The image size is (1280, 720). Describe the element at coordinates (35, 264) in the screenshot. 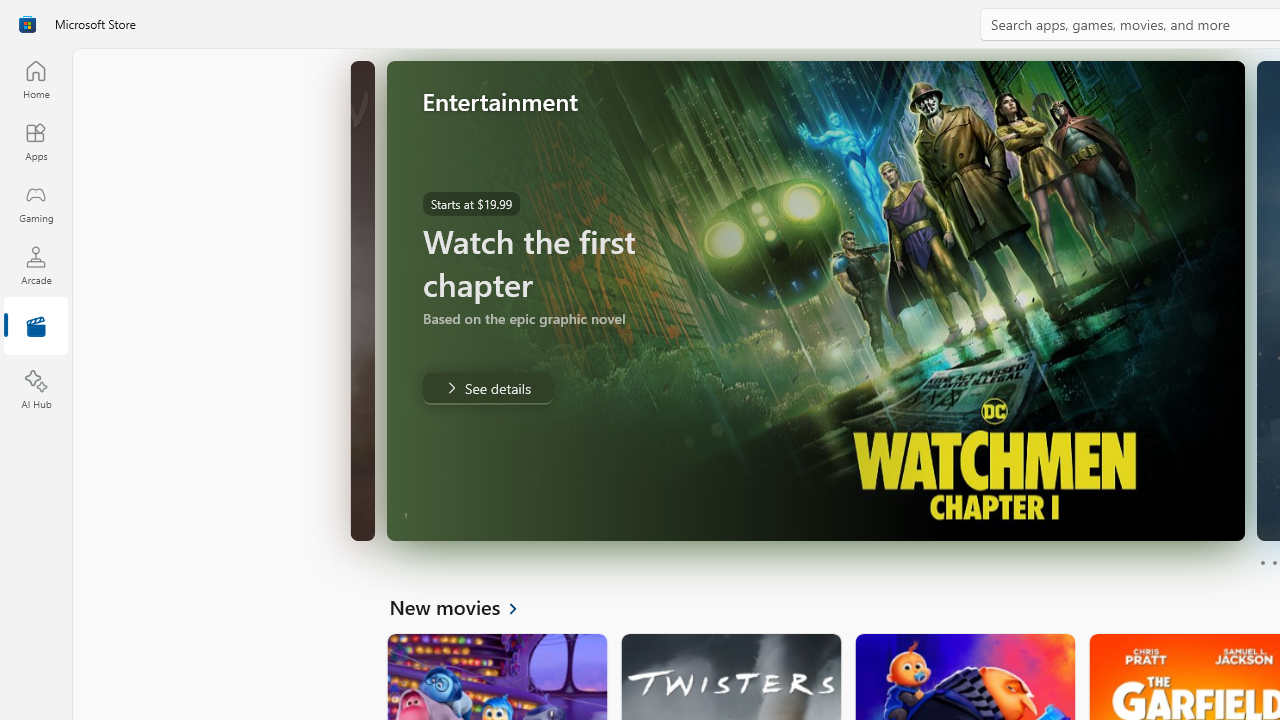

I see `'Arcade'` at that location.